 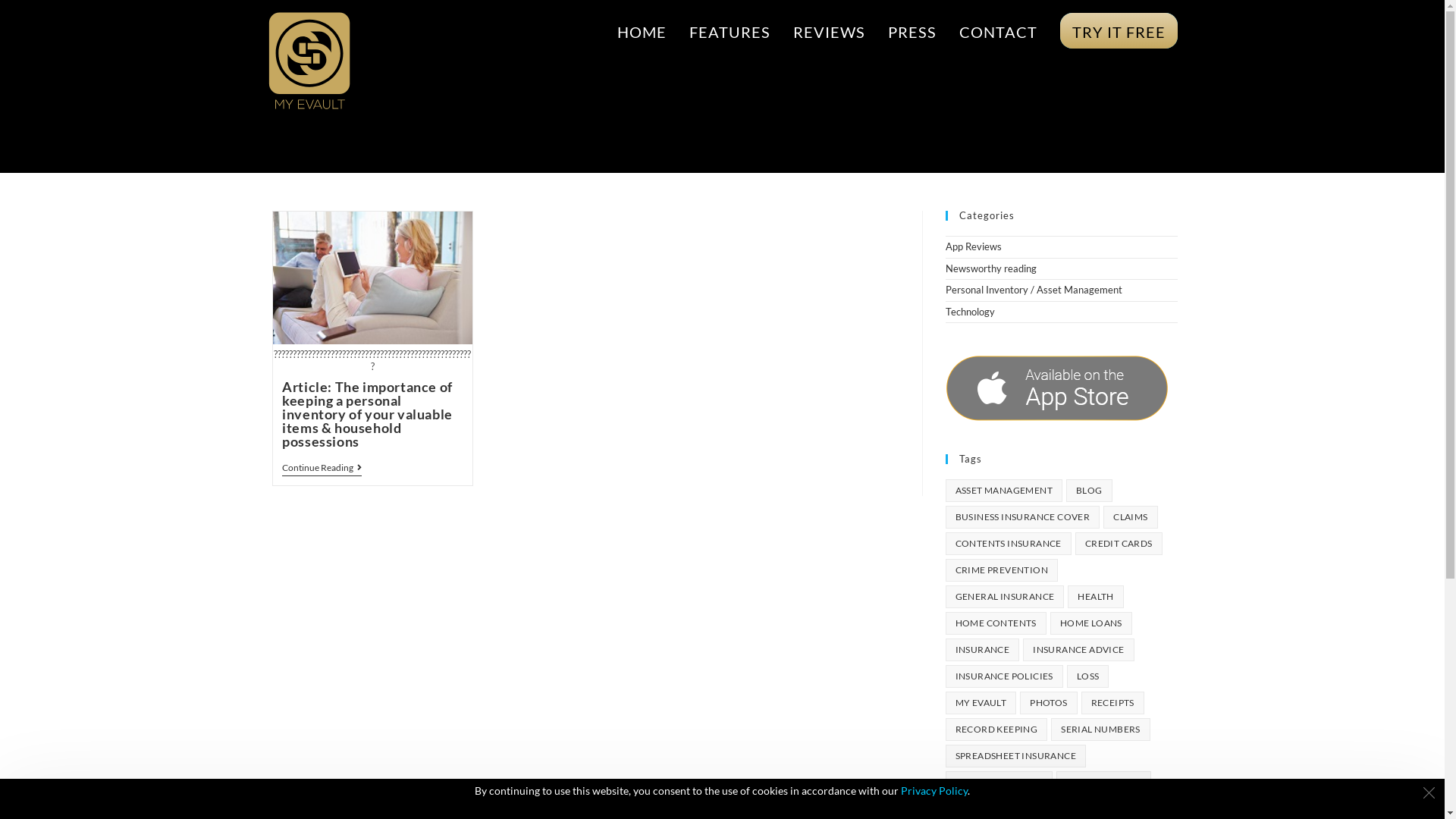 I want to click on 'SERIAL NUMBERS', so click(x=1100, y=728).